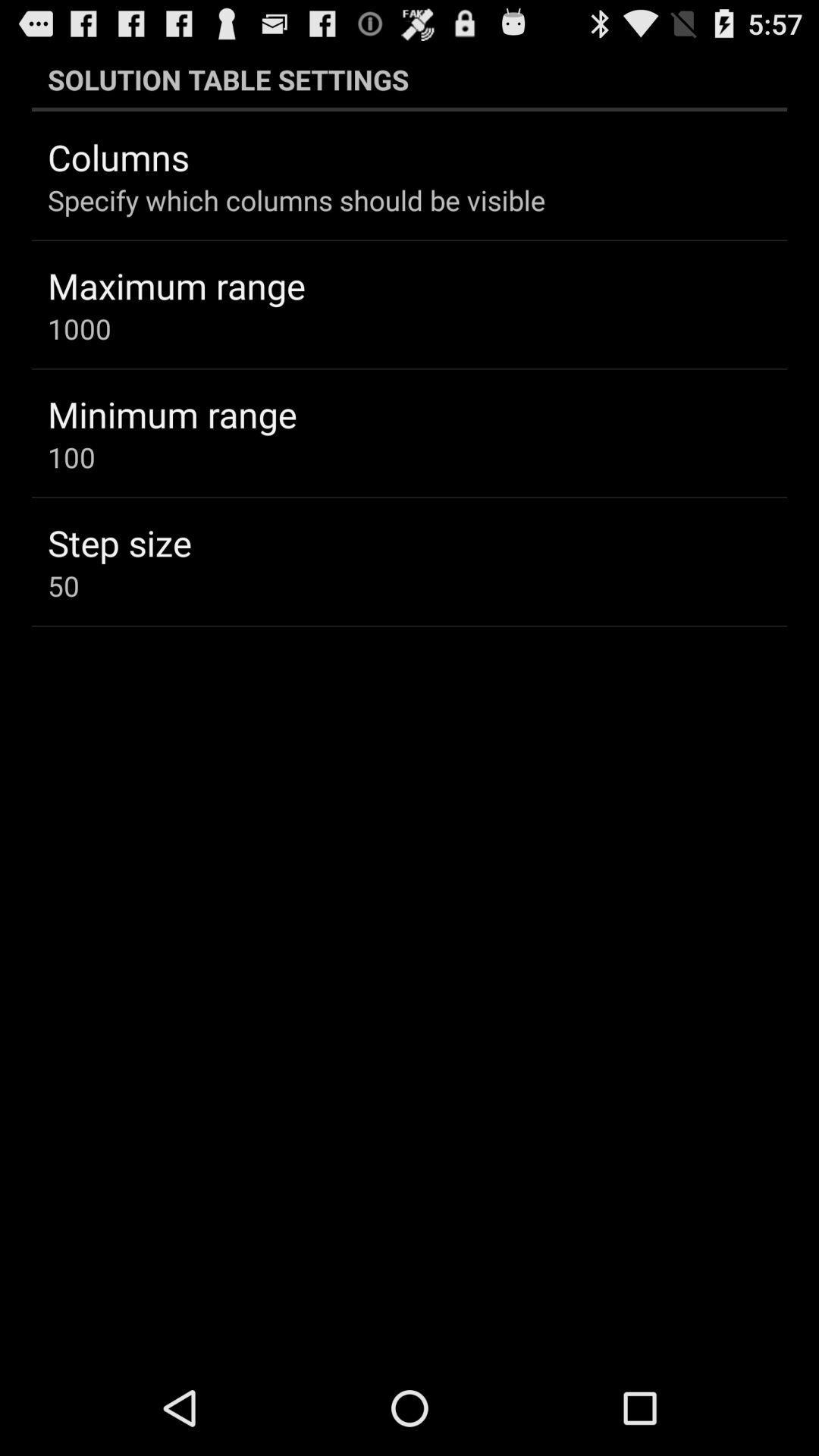 This screenshot has height=1456, width=819. I want to click on 1000 app, so click(79, 328).